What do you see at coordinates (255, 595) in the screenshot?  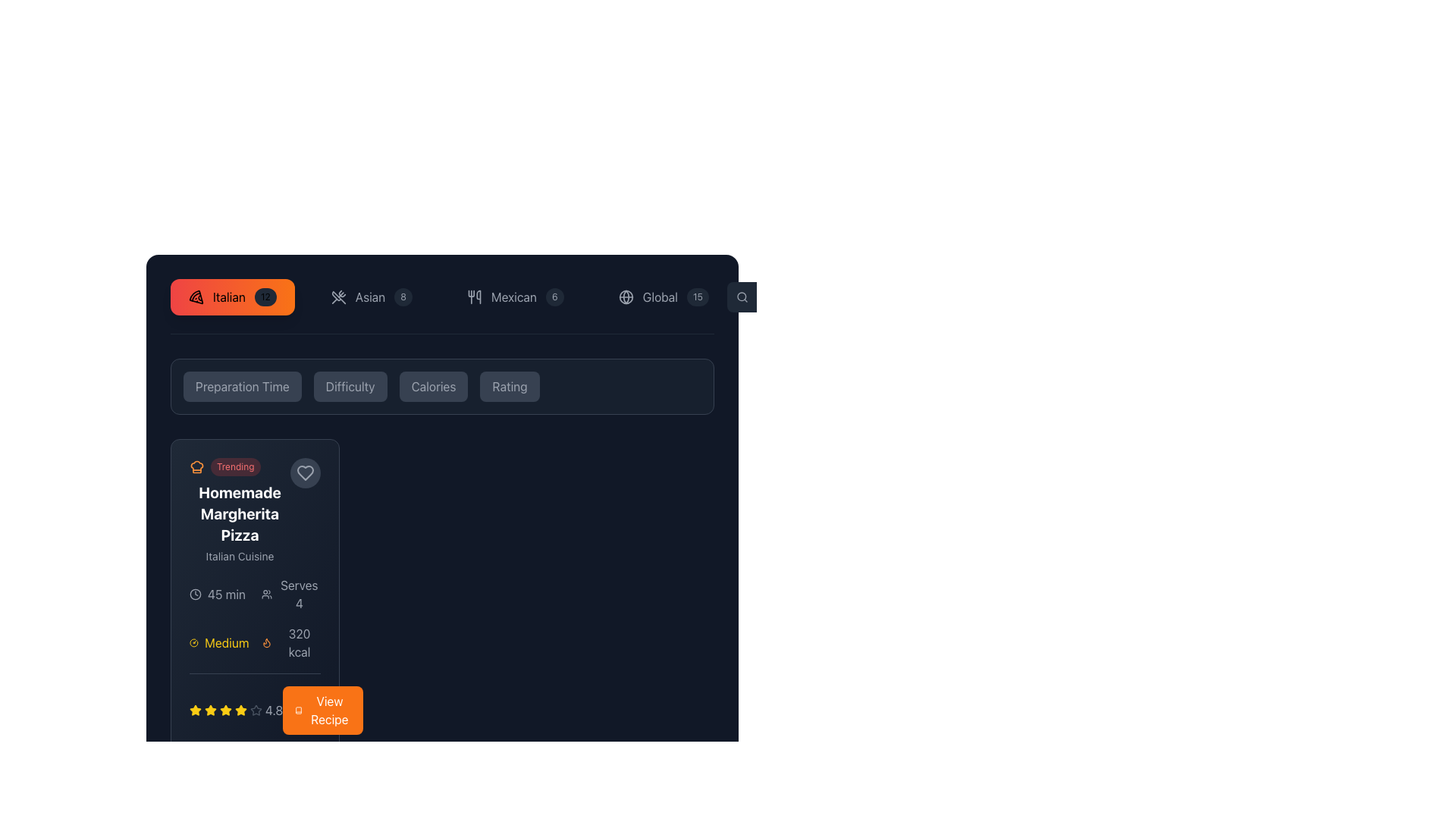 I see `displayed information about the recipe from the card located in the top-left corner of the grid layout, directly below the horizontal filter bar` at bounding box center [255, 595].